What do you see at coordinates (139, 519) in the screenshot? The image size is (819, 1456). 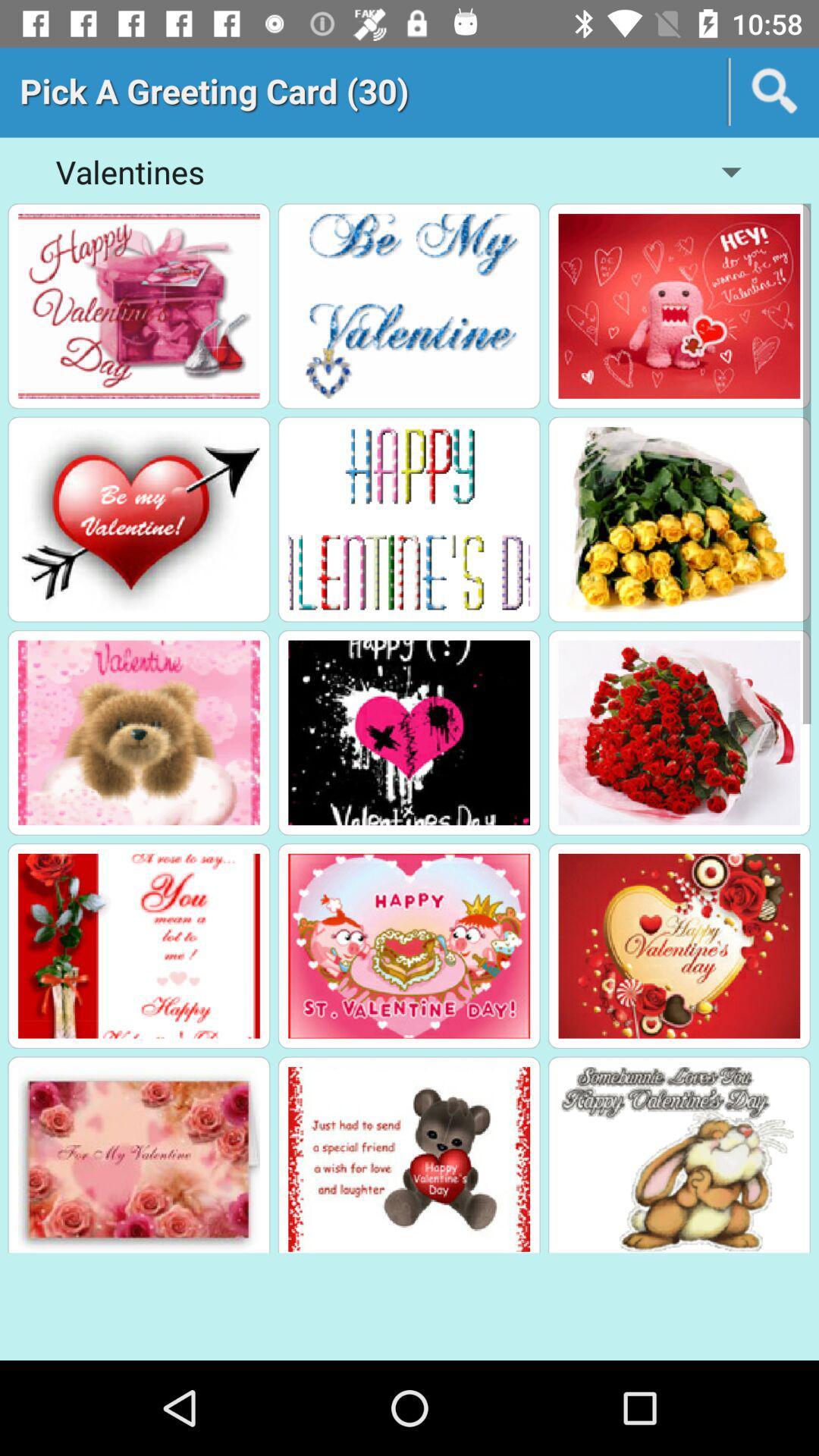 I see `heart image greeting card` at bounding box center [139, 519].